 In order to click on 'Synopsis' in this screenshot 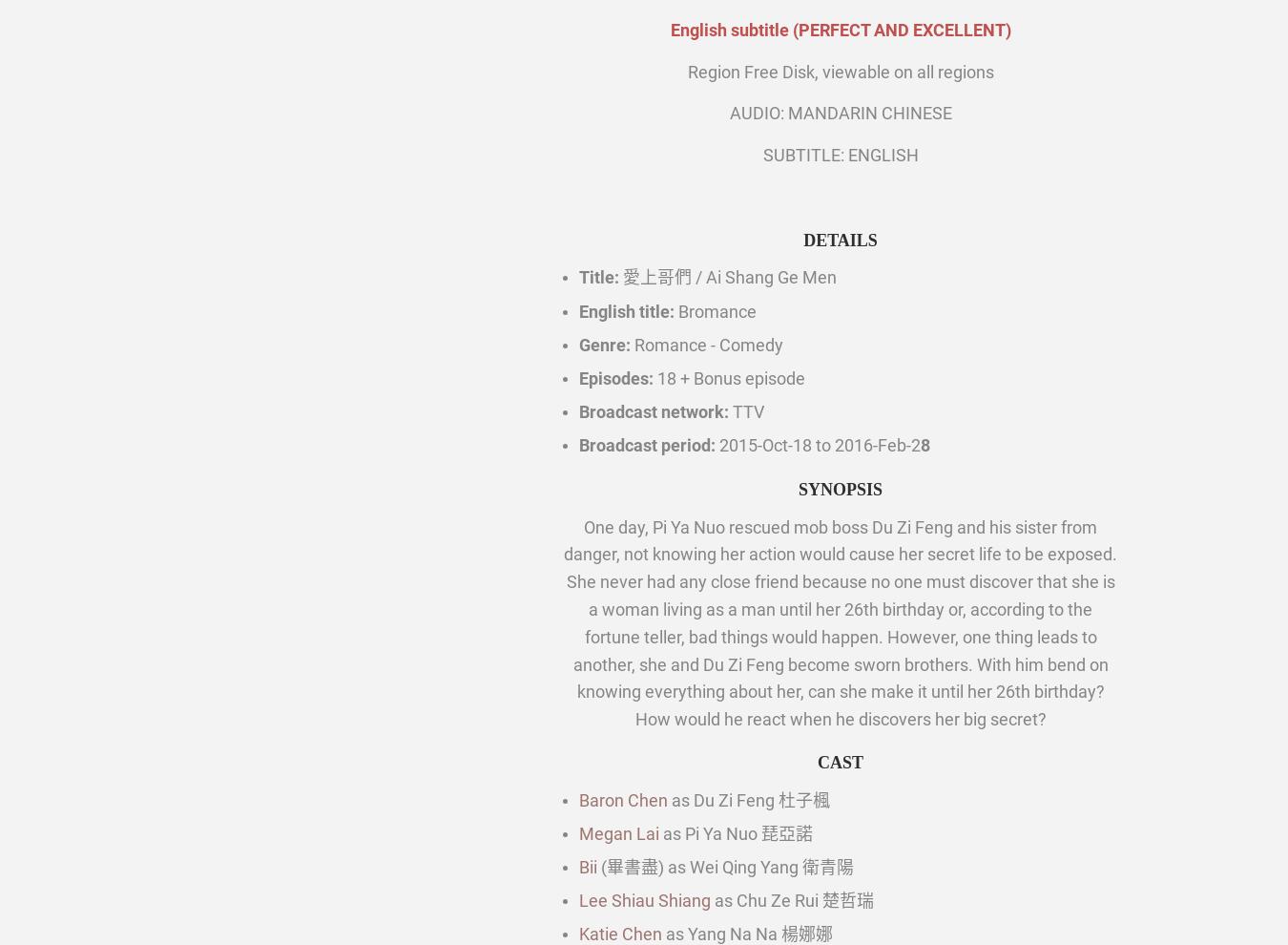, I will do `click(840, 489)`.